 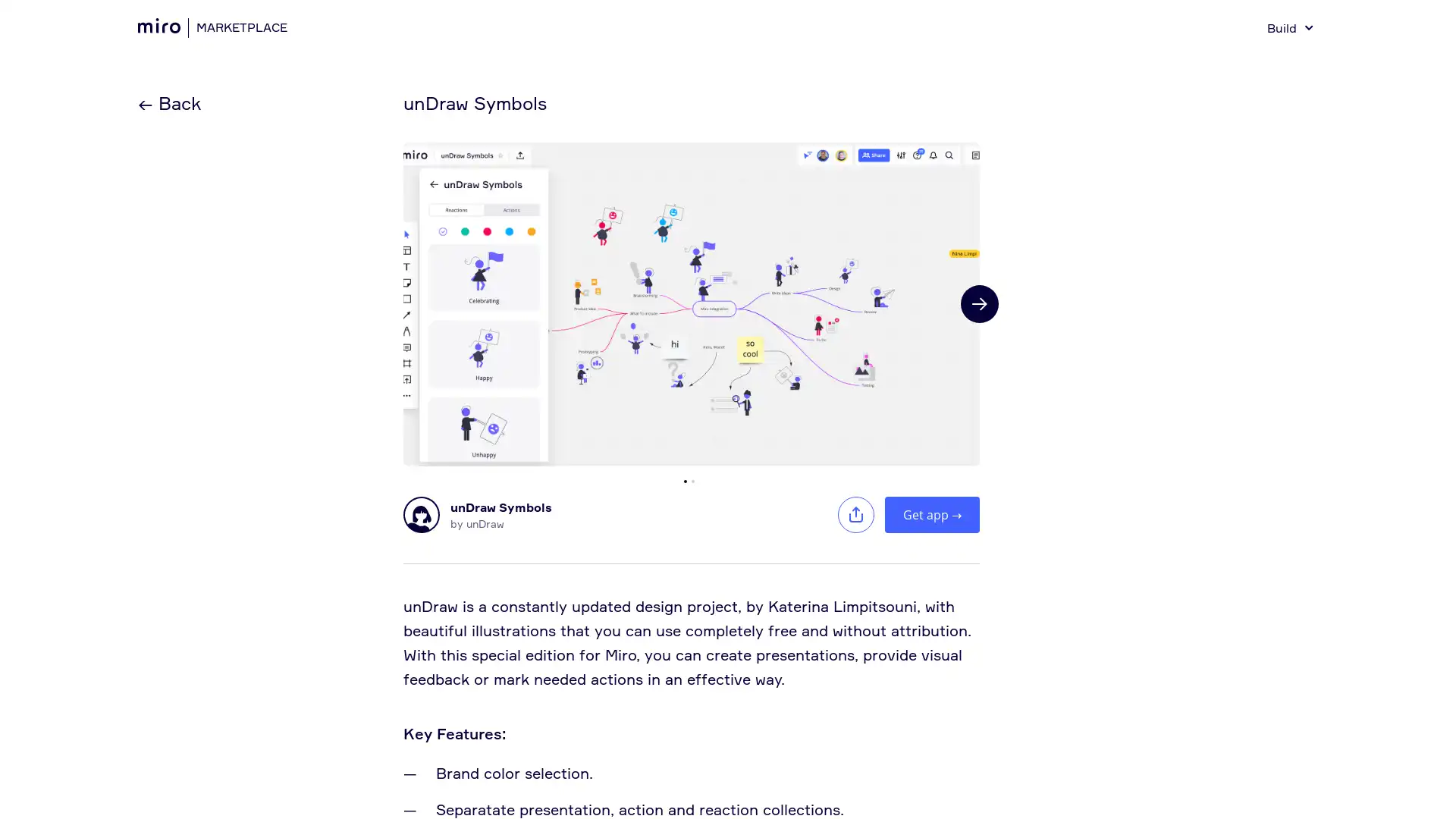 What do you see at coordinates (692, 480) in the screenshot?
I see `Go to slide 2` at bounding box center [692, 480].